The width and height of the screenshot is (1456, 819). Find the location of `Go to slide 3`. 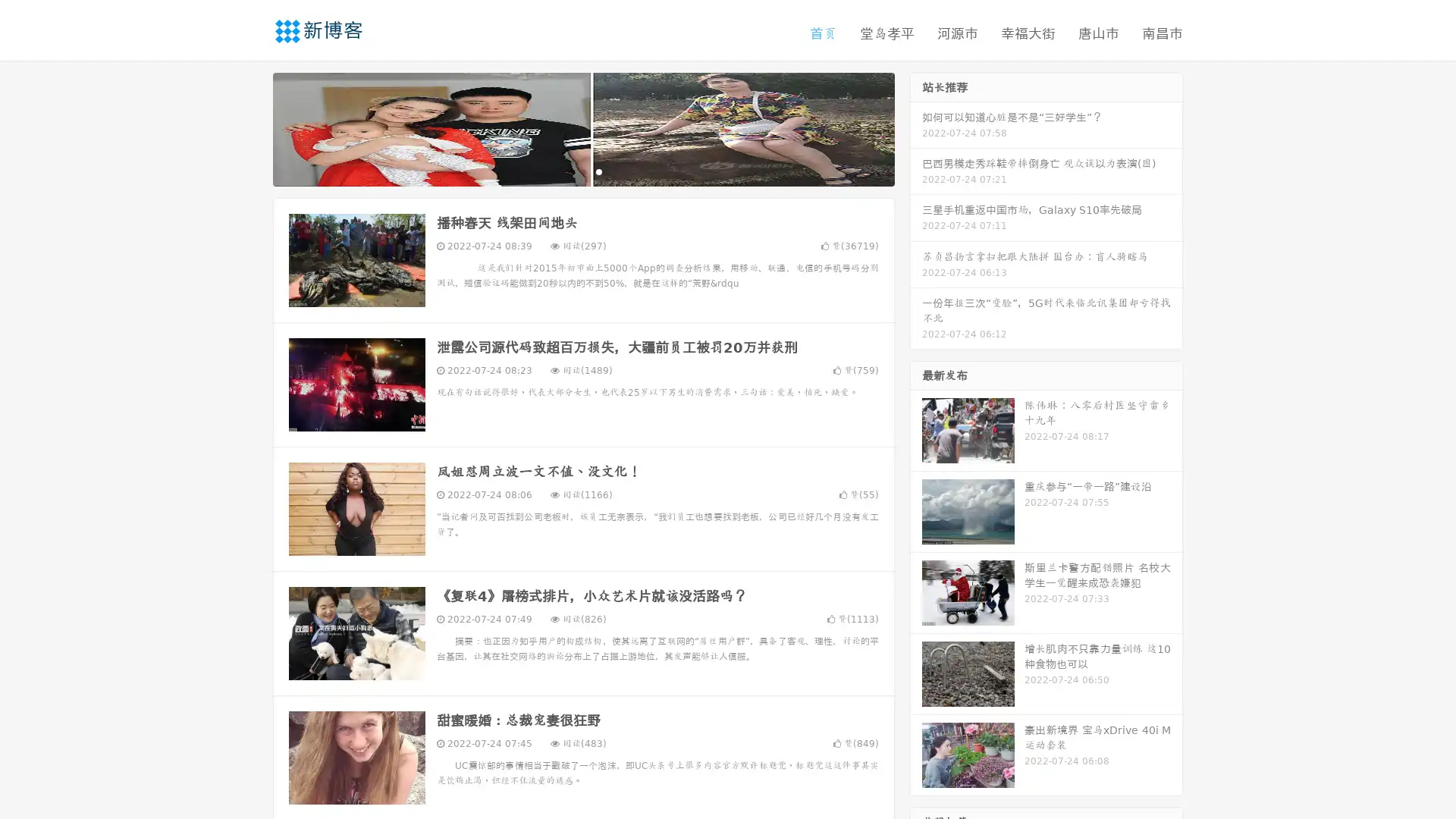

Go to slide 3 is located at coordinates (598, 171).